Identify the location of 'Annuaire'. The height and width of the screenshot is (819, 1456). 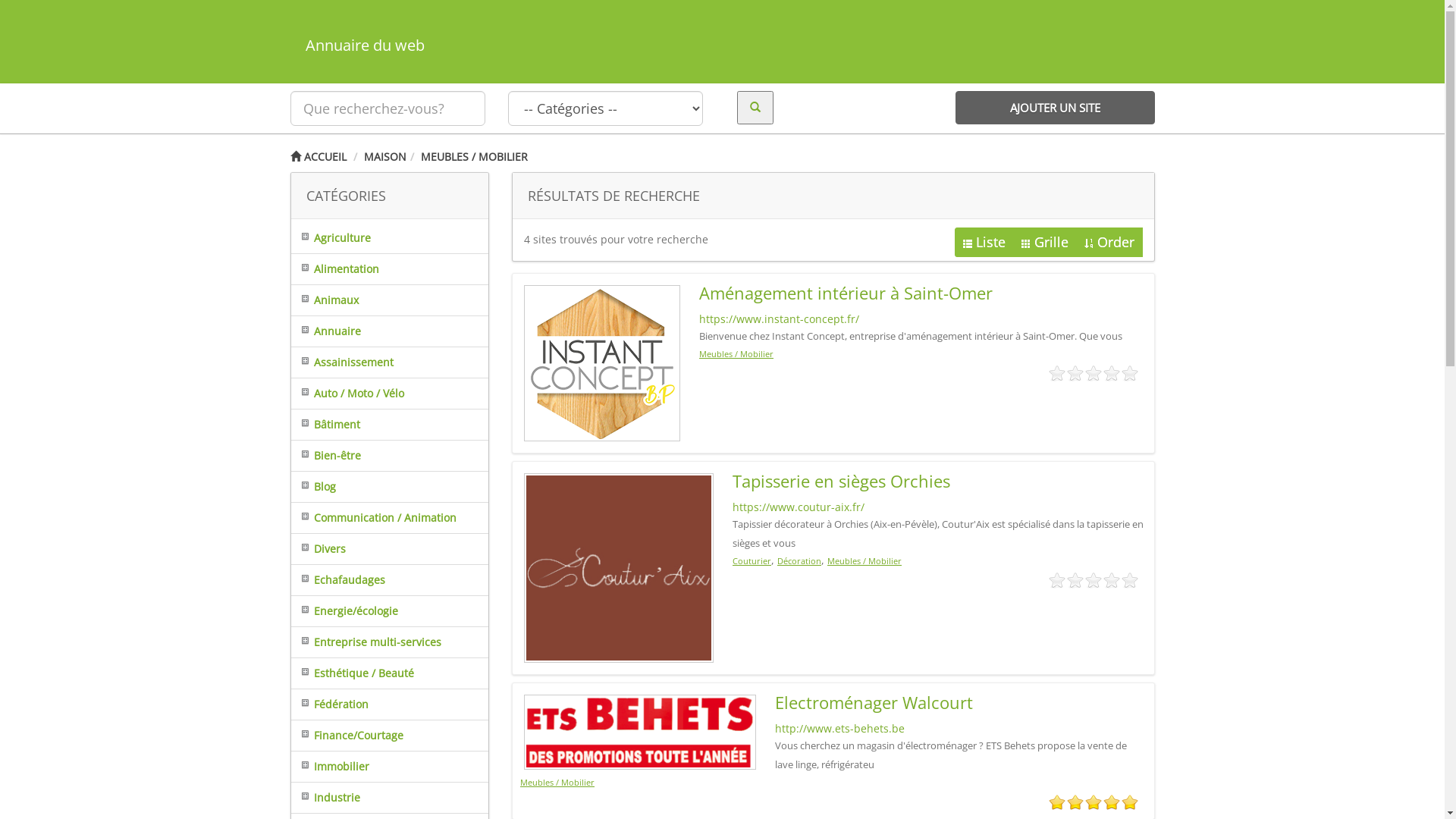
(325, 330).